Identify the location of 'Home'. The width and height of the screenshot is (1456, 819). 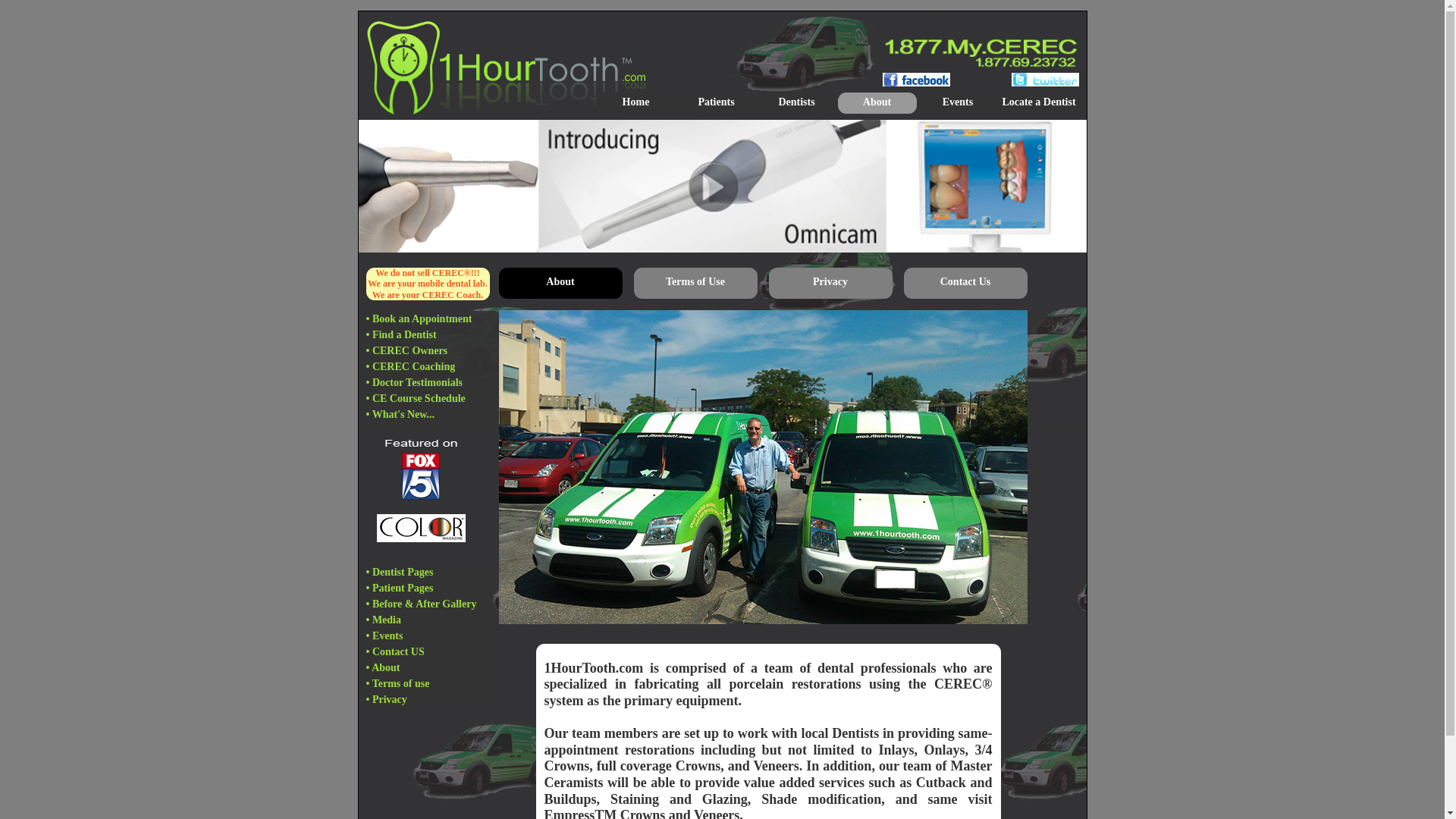
(635, 102).